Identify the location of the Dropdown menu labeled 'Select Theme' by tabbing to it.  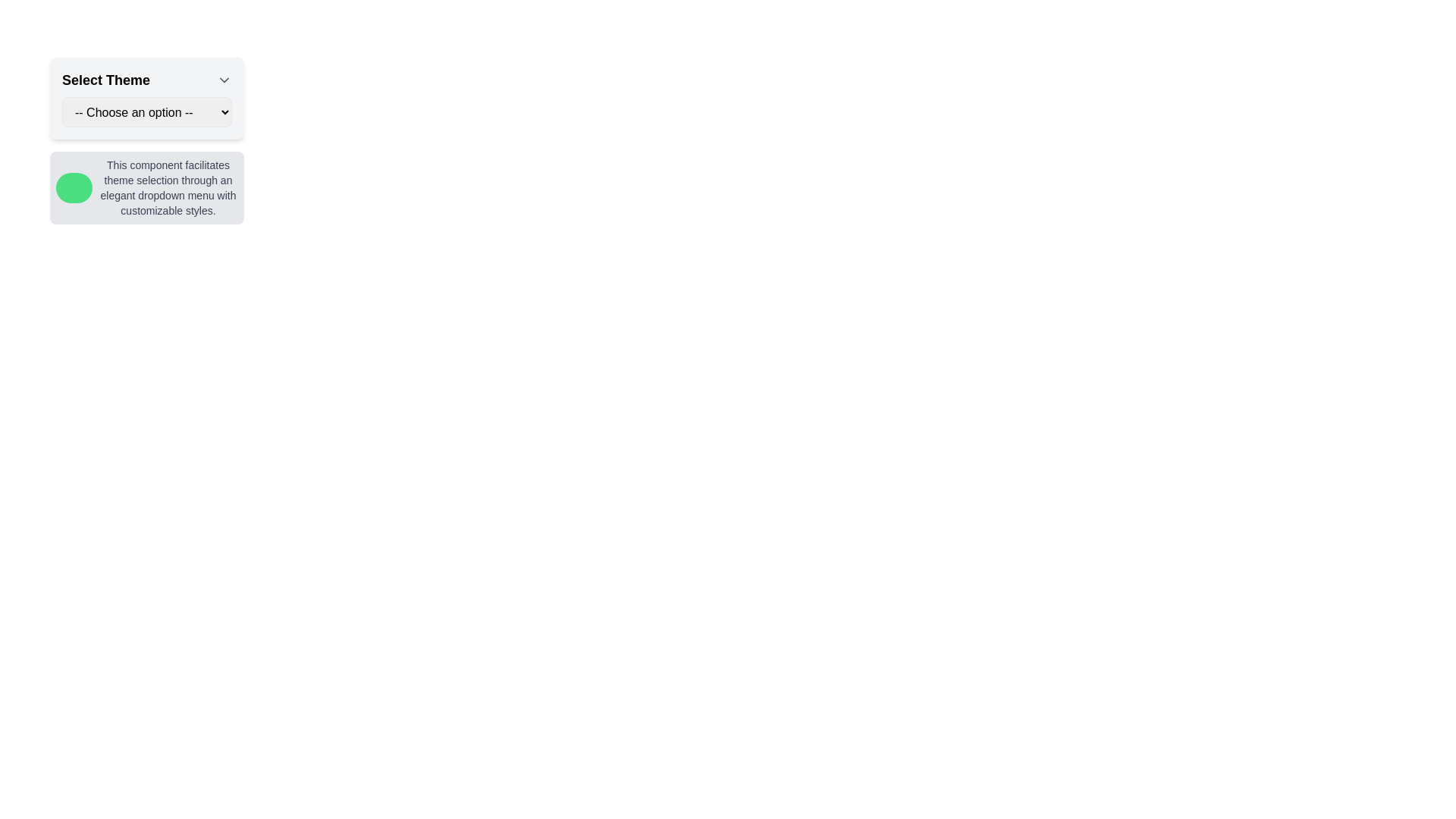
(146, 99).